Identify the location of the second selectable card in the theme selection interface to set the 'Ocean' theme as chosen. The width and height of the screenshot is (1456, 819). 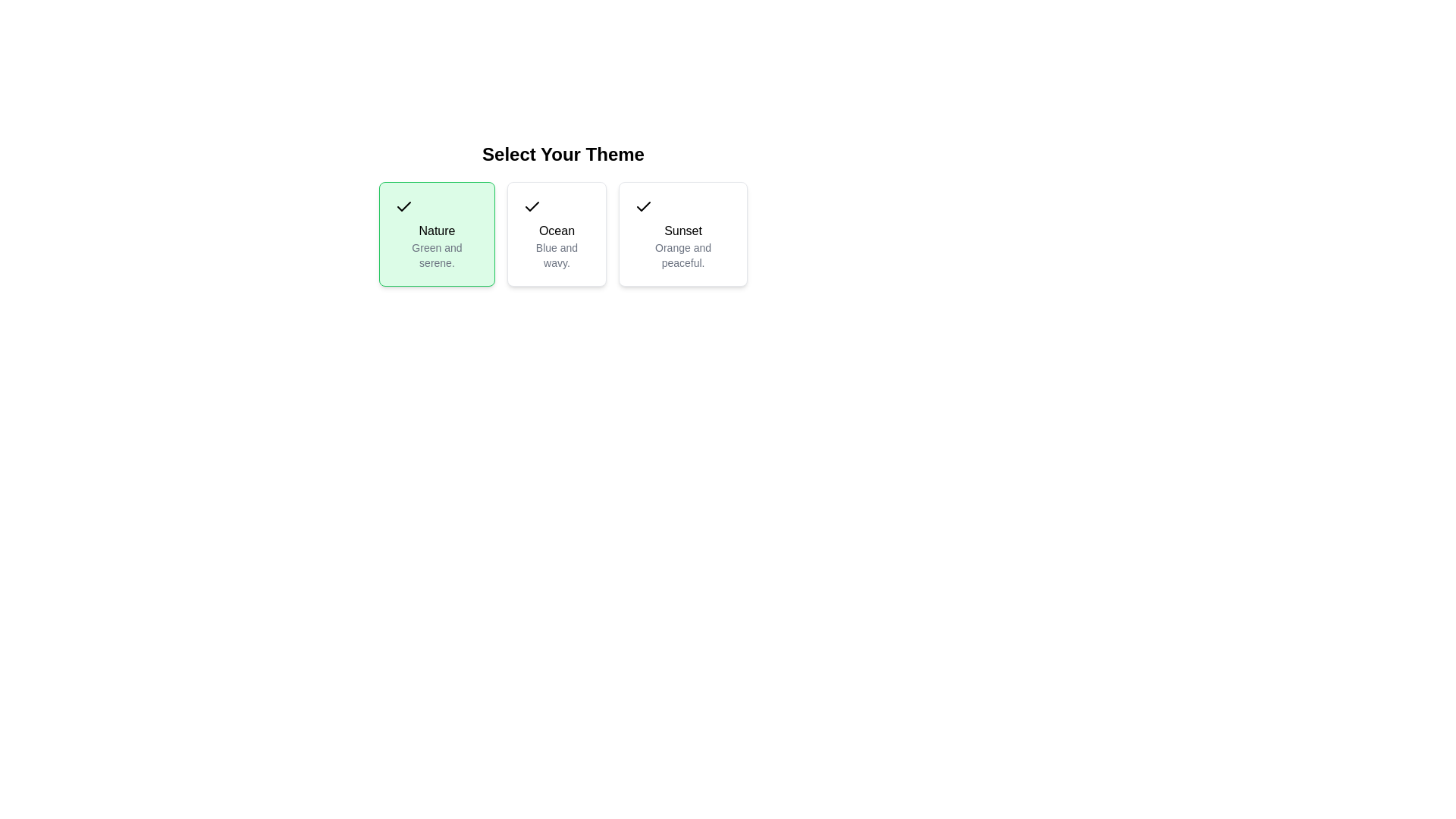
(563, 234).